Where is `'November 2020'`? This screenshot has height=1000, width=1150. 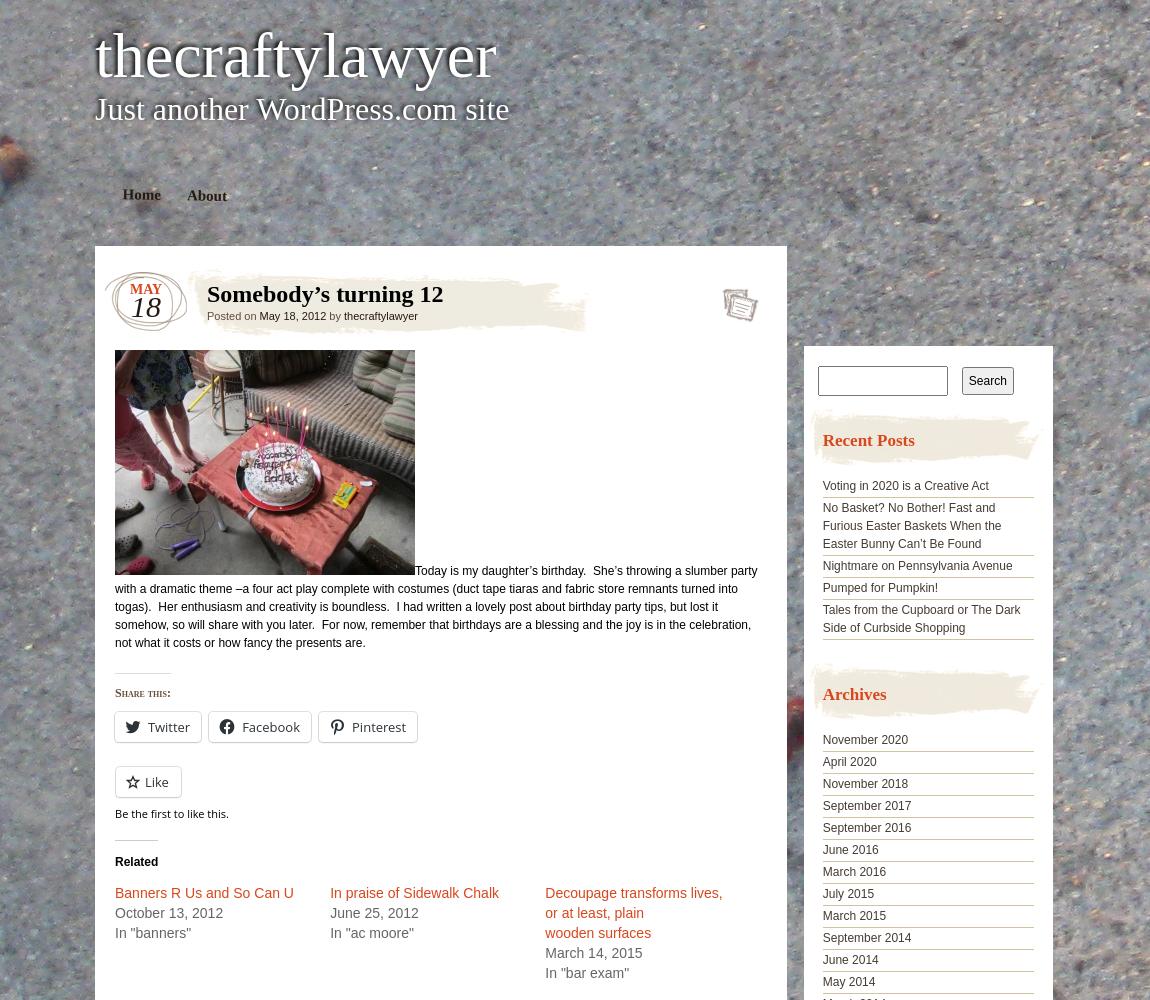 'November 2020' is located at coordinates (865, 739).